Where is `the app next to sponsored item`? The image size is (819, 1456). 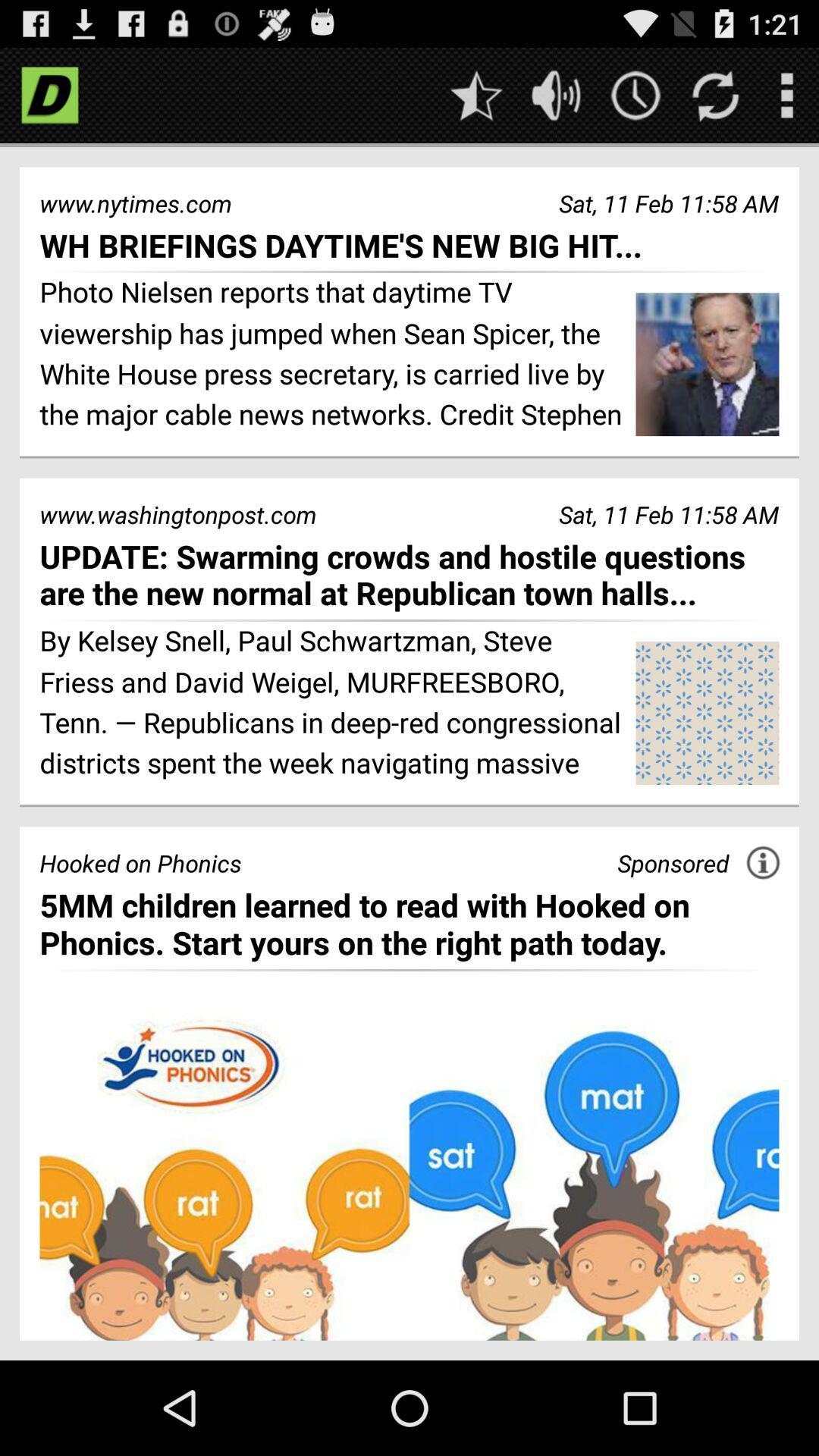 the app next to sponsored item is located at coordinates (763, 862).